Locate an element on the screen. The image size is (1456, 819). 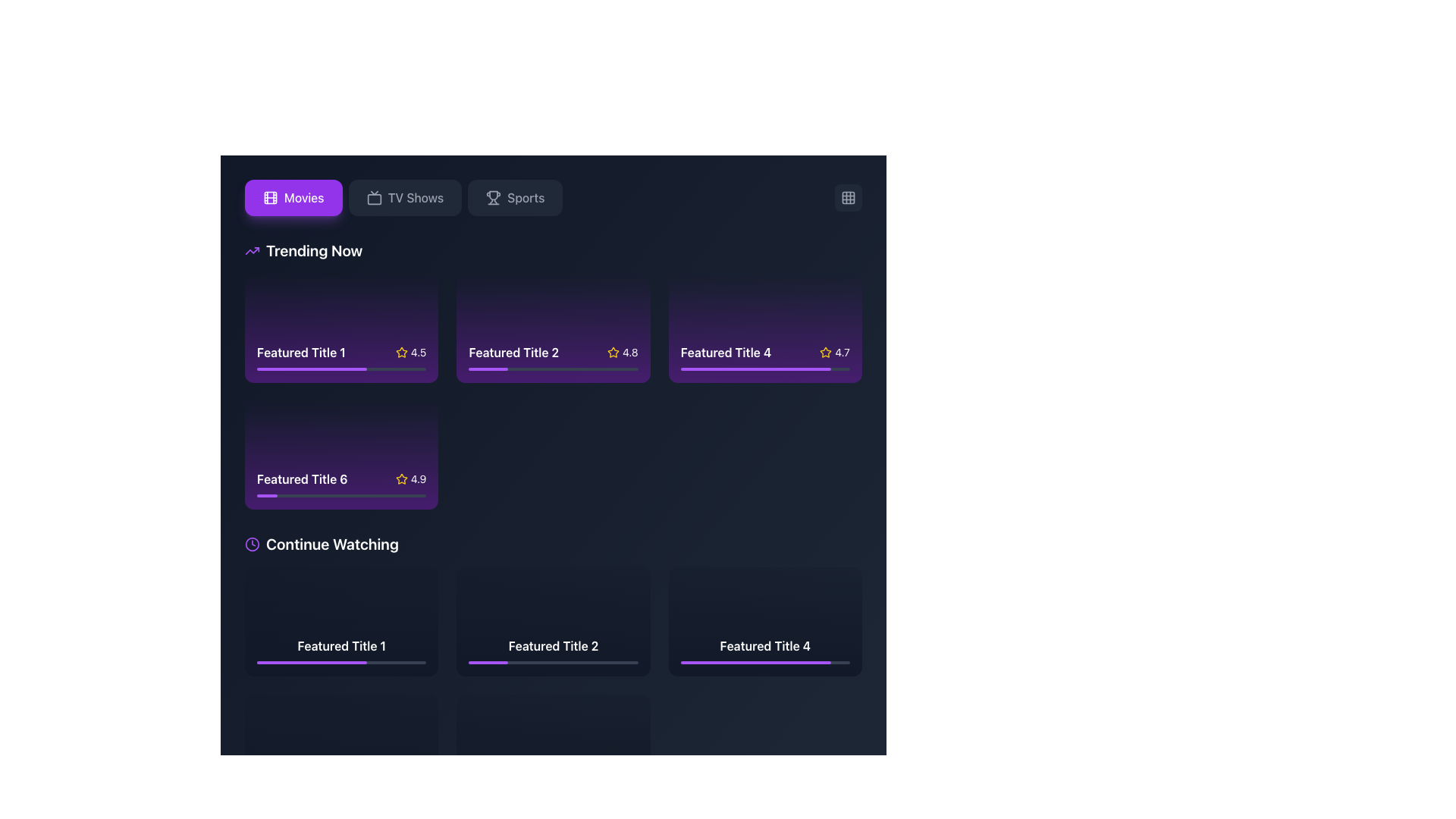
the text label identified as 'Featured Title 4', located in the top right section of the 'Trending Now' category card is located at coordinates (725, 352).